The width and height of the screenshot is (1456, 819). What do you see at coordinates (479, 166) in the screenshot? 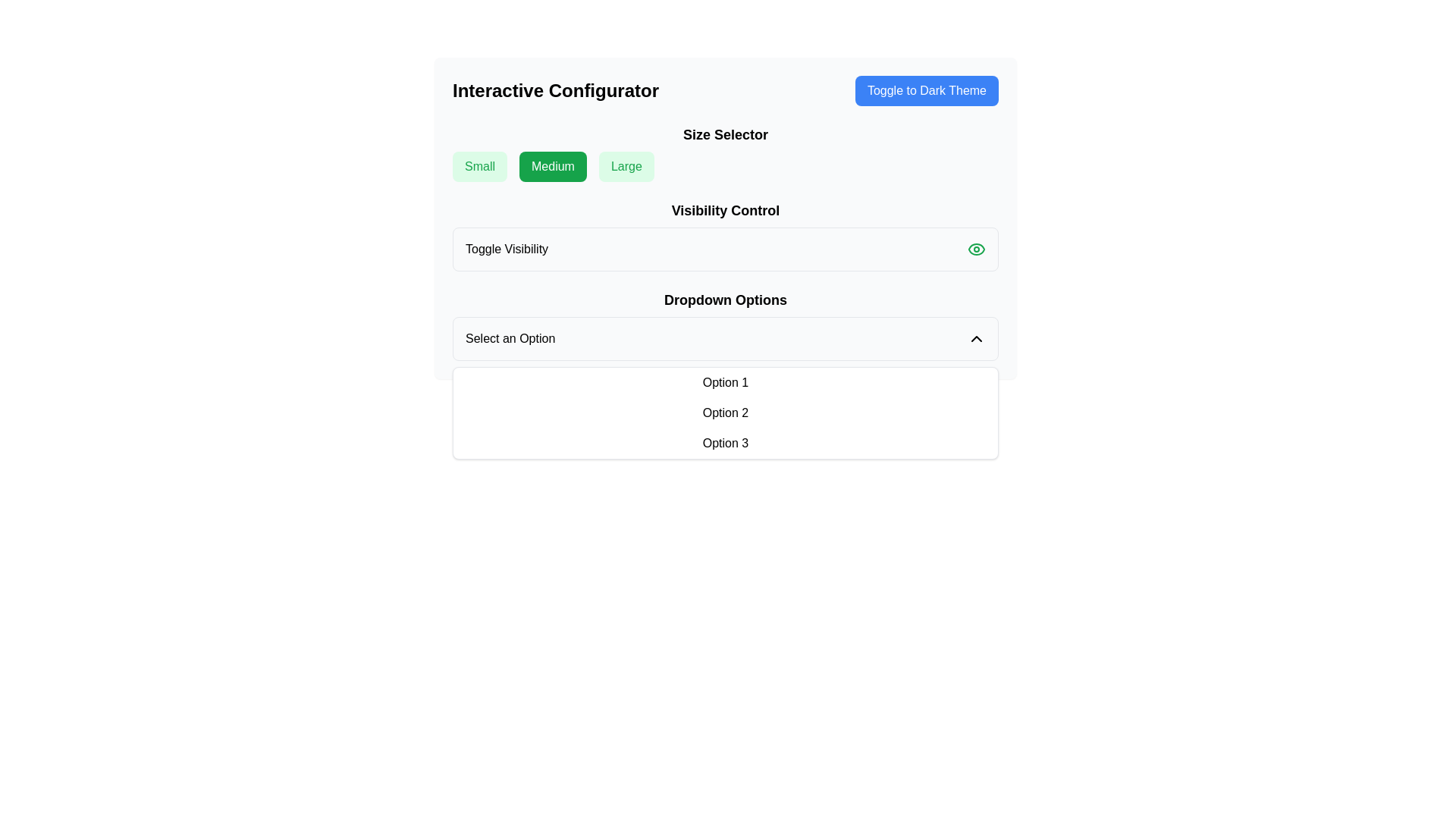
I see `the 'Small' size button with a green label on a light green background, located in the 'Size Selector' section of the UI` at bounding box center [479, 166].